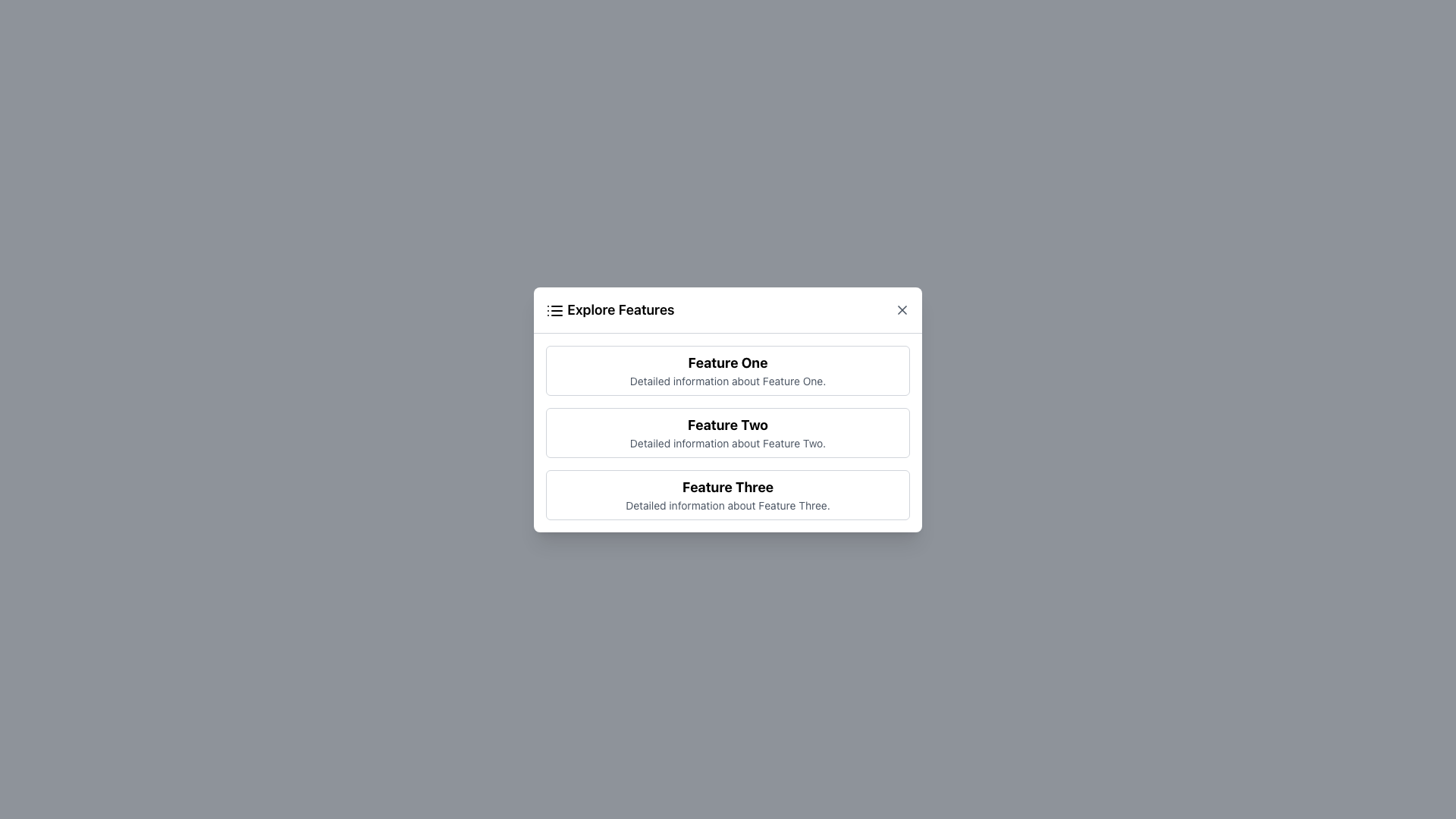 The height and width of the screenshot is (819, 1456). What do you see at coordinates (728, 432) in the screenshot?
I see `the list item labeled 'Feature Two'` at bounding box center [728, 432].